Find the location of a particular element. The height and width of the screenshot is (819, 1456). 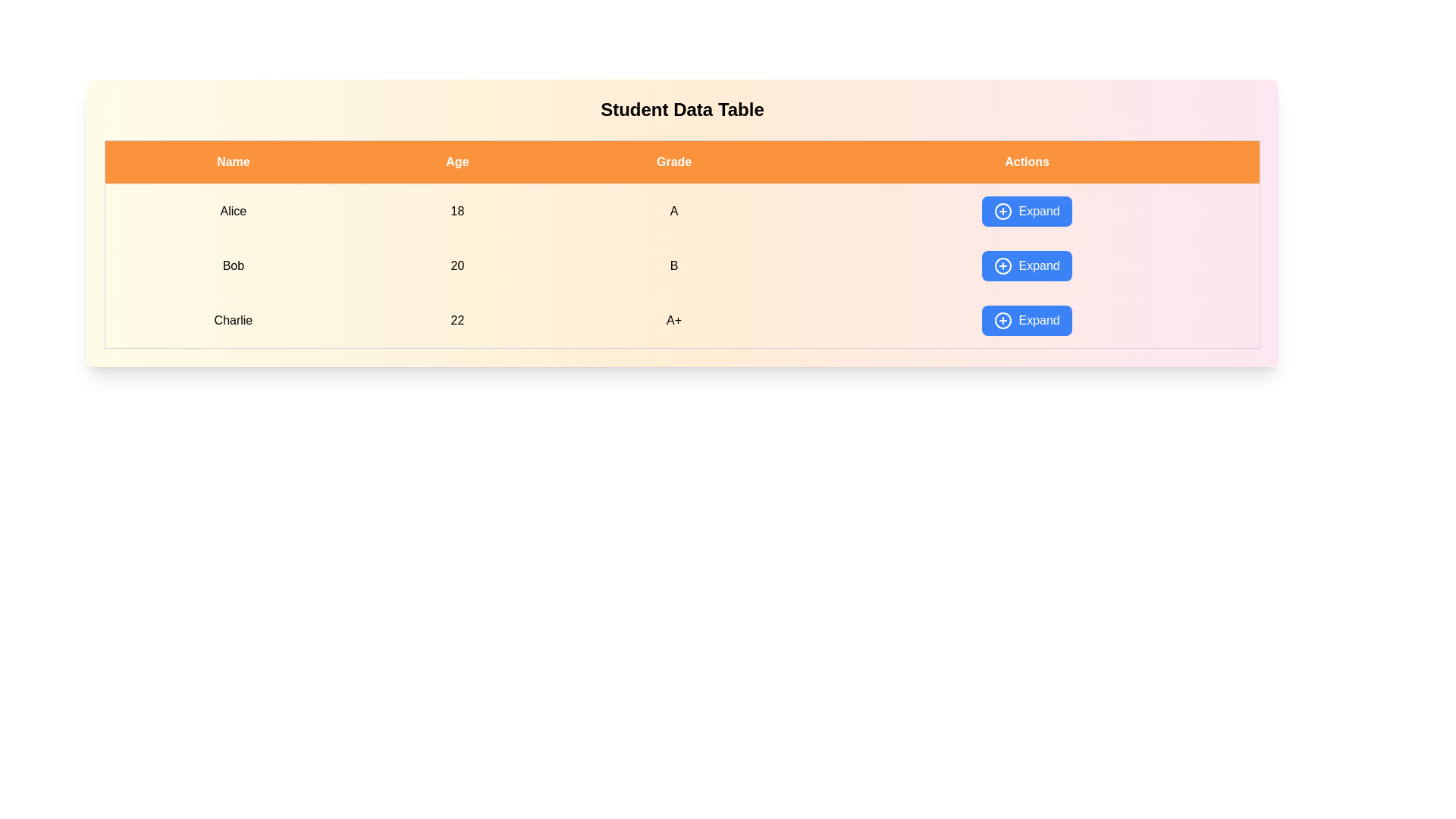

the circular icon with a plus sign inside, surrounded by a blue border, located within the 'Expand' button in the second row of the 'Actions' column for the entry about 'Bob' is located at coordinates (1003, 265).